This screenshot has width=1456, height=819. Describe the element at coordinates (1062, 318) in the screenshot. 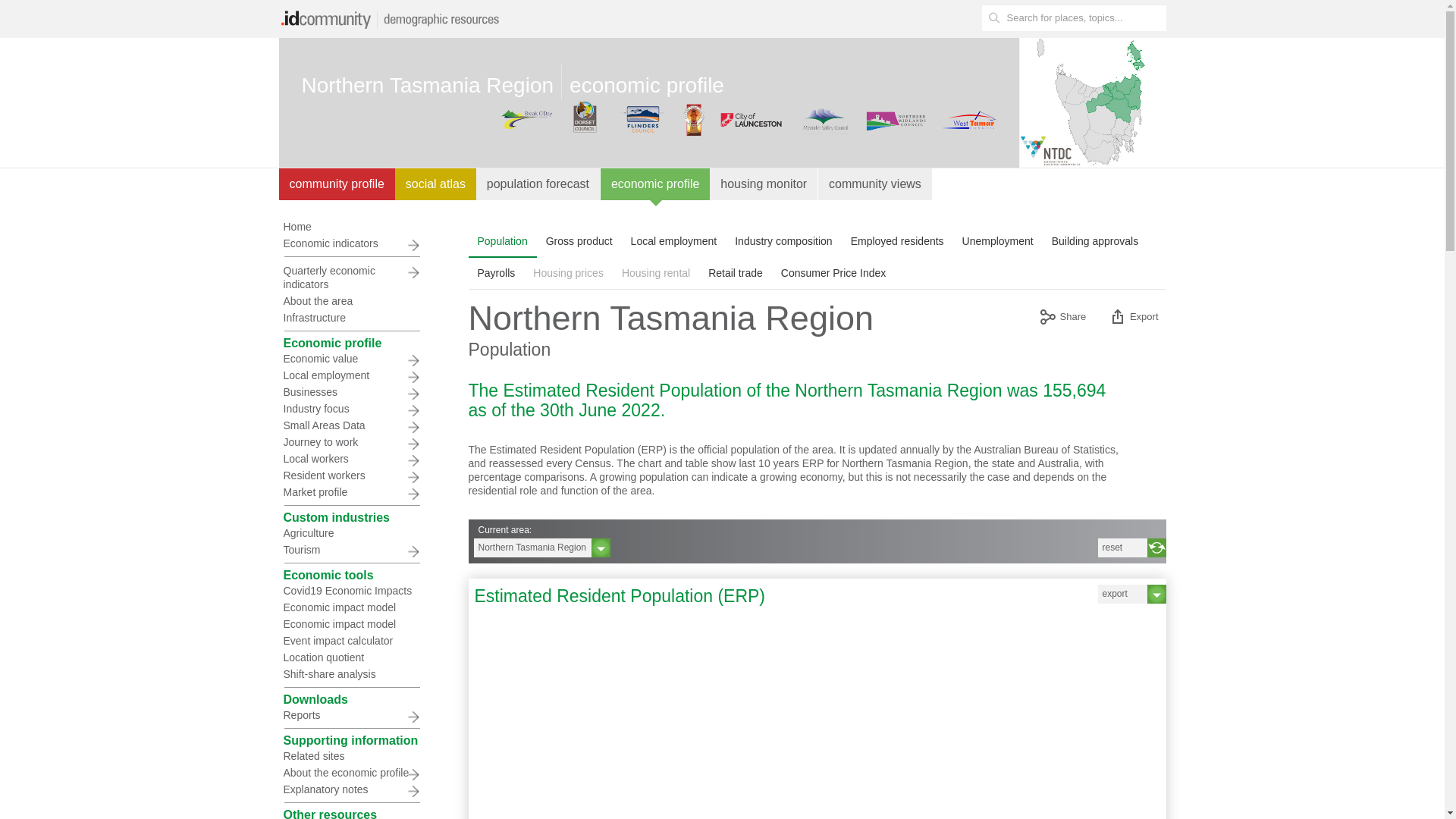

I see `'Share'` at that location.